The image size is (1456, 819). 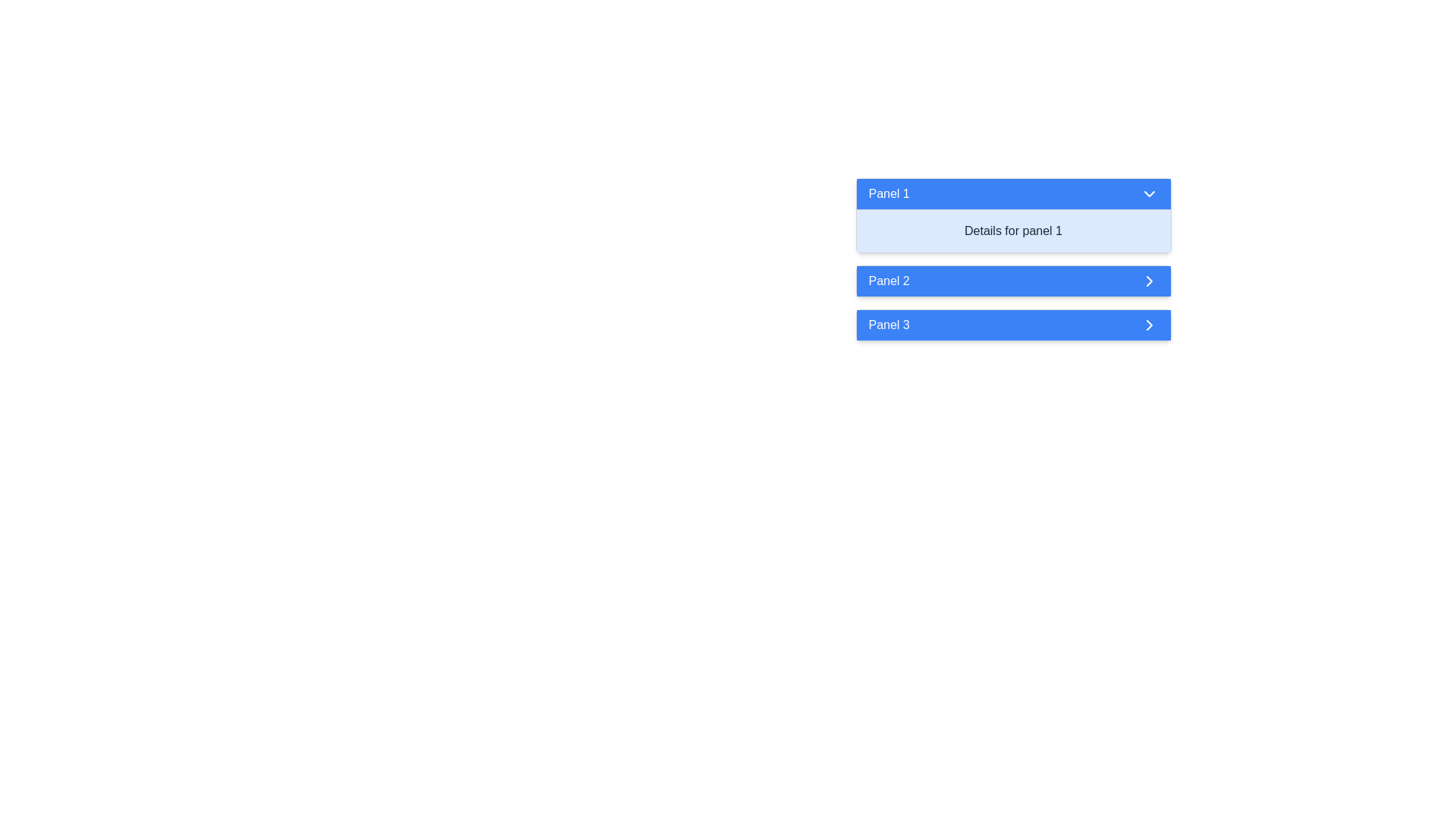 What do you see at coordinates (1149, 193) in the screenshot?
I see `the chevron icon located at the right edge of the blue header labeled 'Panel 1'` at bounding box center [1149, 193].